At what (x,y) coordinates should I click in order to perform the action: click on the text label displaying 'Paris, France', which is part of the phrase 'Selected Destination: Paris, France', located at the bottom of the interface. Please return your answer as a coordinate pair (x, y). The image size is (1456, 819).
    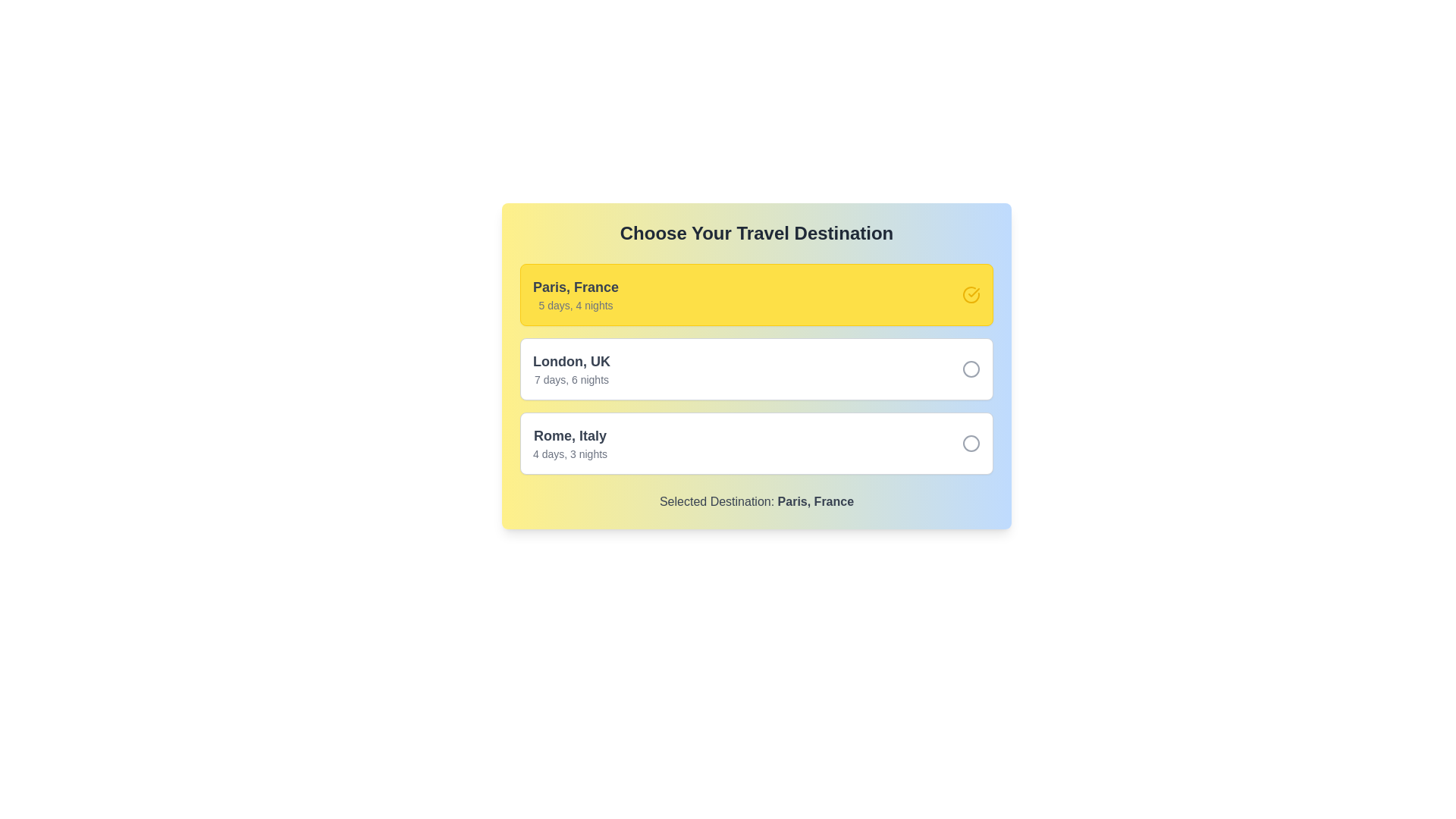
    Looking at the image, I should click on (814, 501).